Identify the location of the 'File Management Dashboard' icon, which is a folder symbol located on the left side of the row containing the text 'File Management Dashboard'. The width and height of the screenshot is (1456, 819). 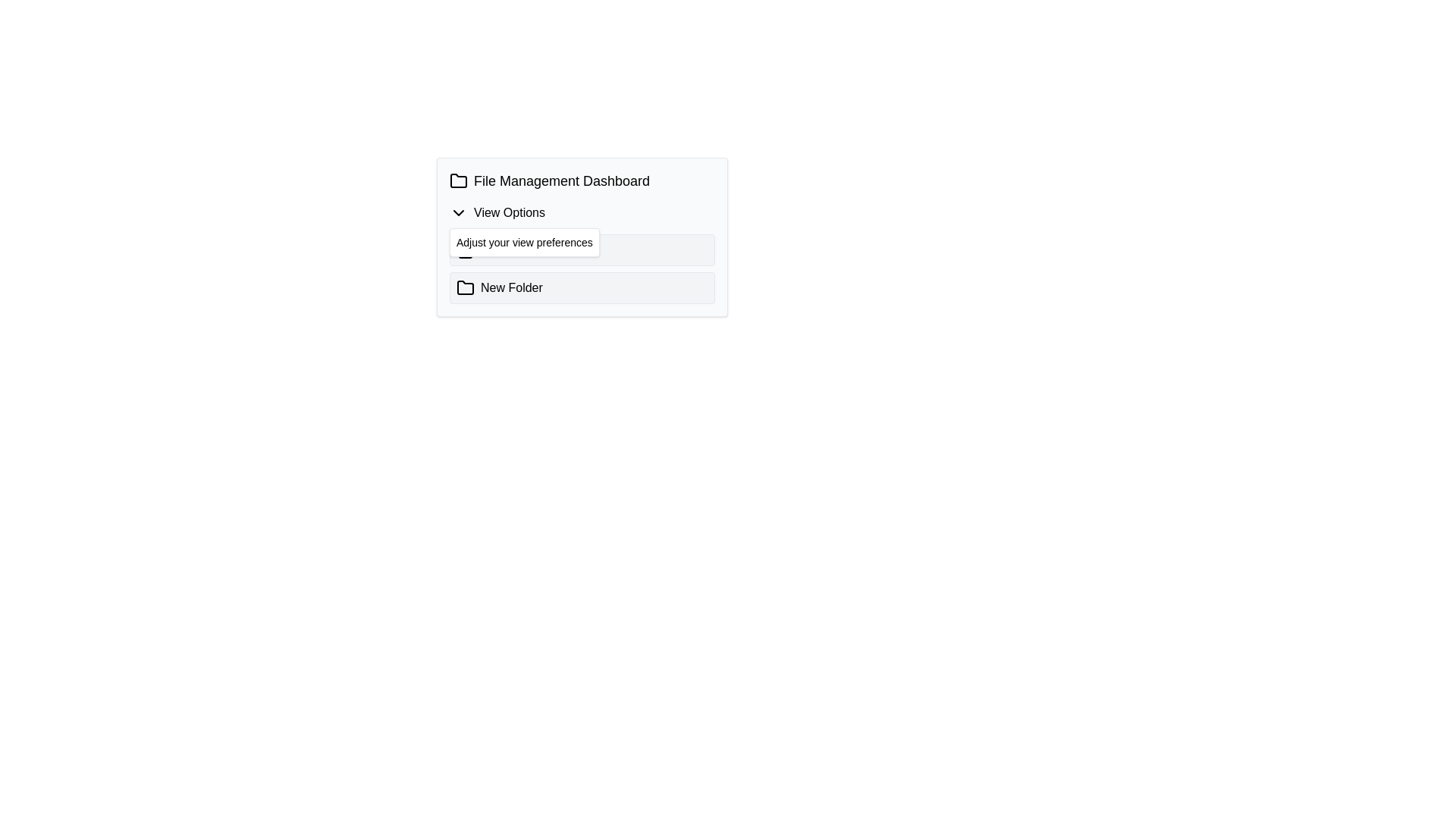
(457, 180).